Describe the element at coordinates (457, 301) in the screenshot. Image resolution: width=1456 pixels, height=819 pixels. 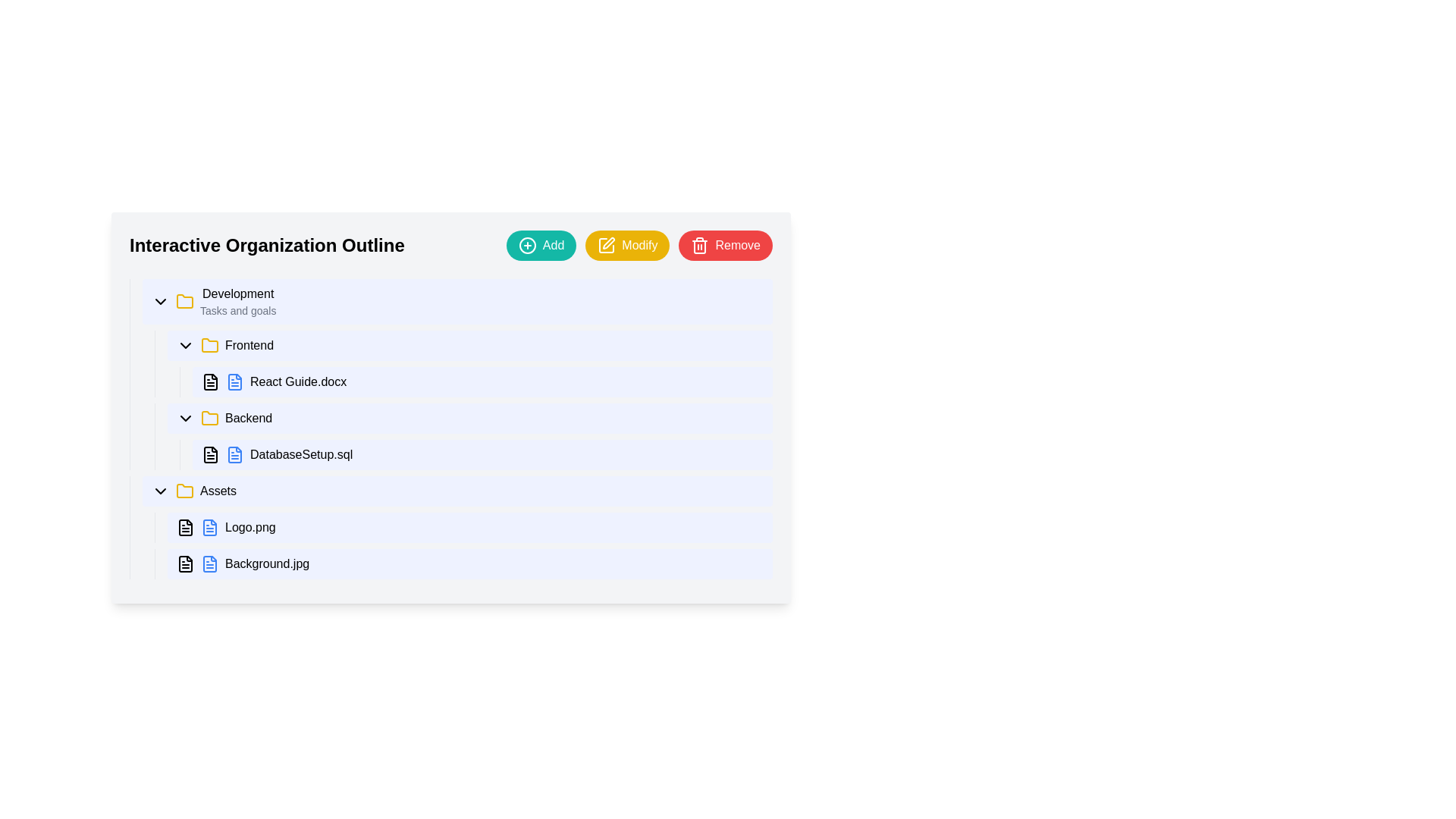
I see `the 'Development' folder header` at that location.